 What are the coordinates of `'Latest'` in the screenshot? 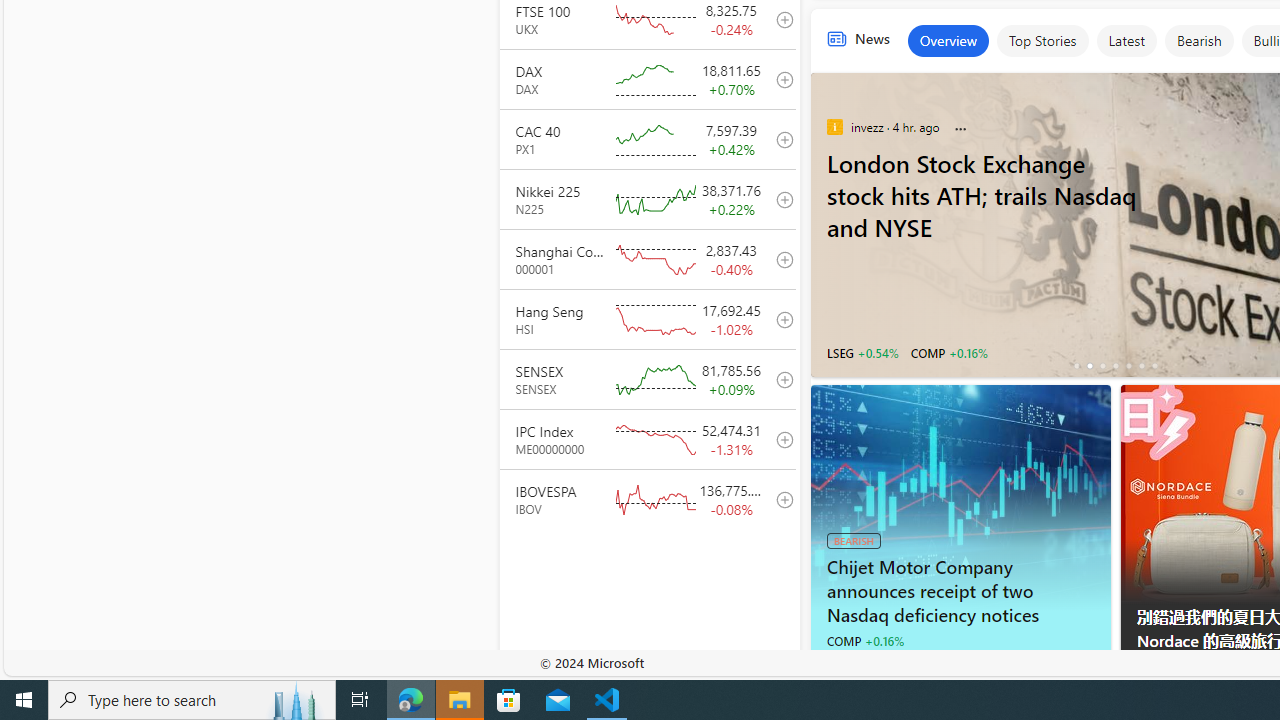 It's located at (1126, 41).